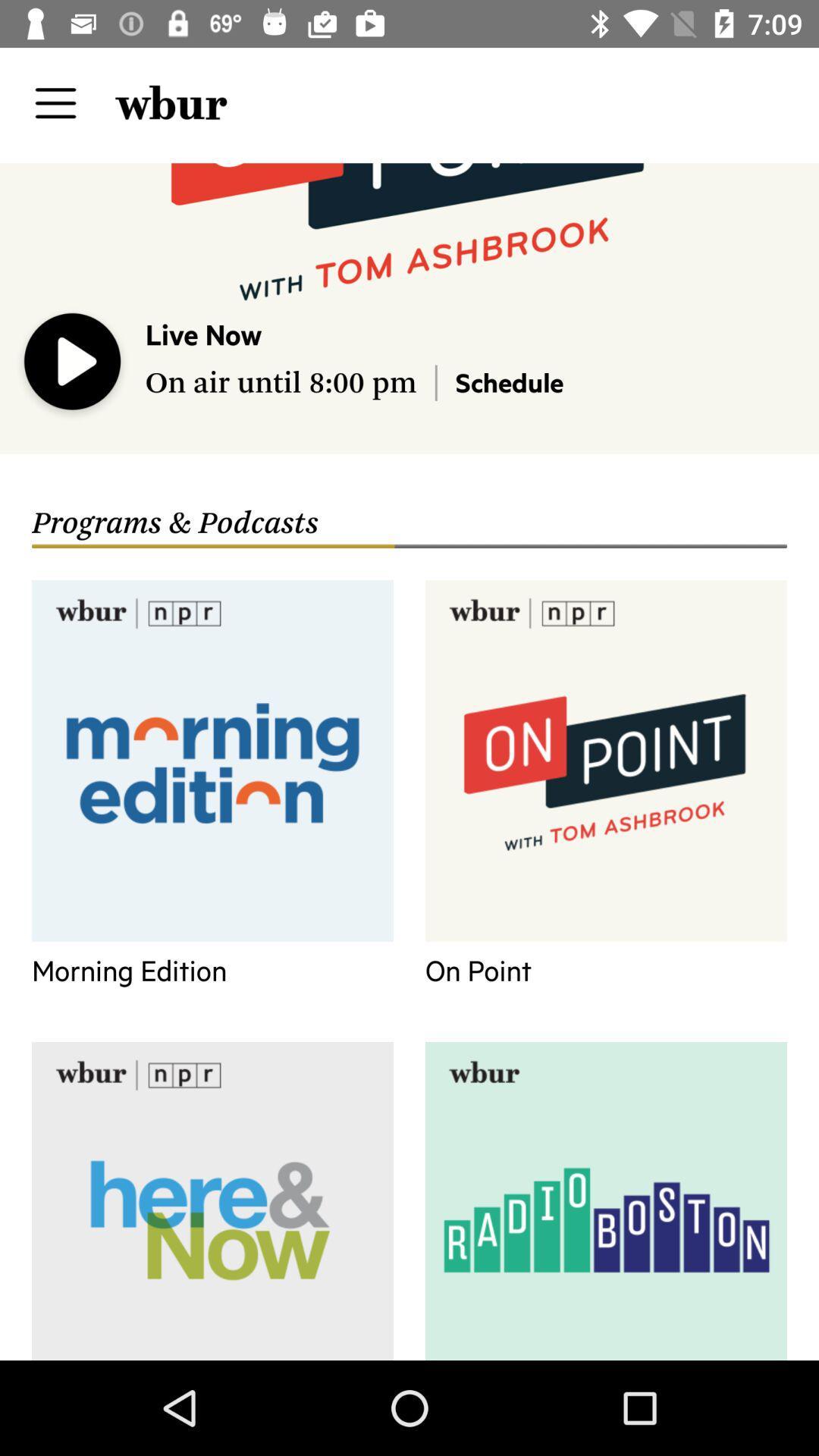 The image size is (819, 1456). What do you see at coordinates (55, 102) in the screenshot?
I see `display menu` at bounding box center [55, 102].